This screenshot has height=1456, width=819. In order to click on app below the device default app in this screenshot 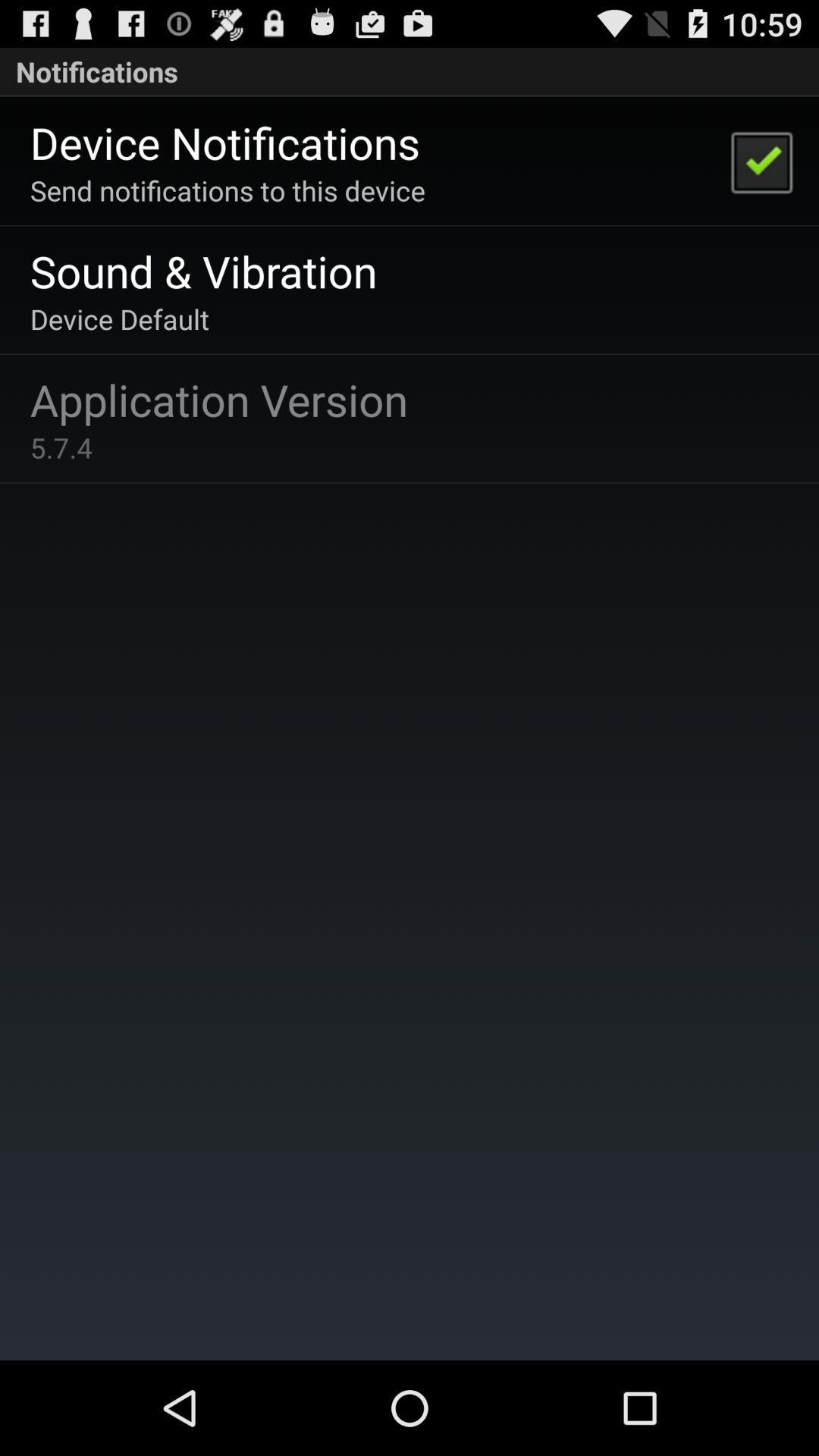, I will do `click(218, 399)`.